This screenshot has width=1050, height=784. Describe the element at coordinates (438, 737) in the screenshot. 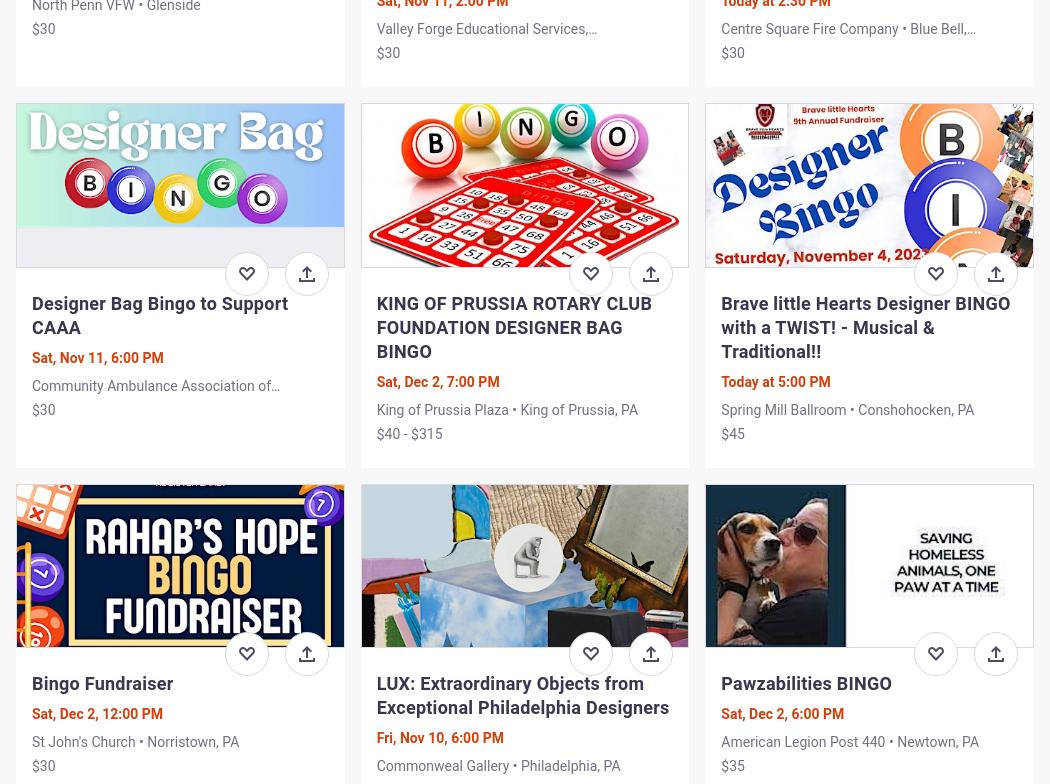

I see `'Fri, Nov 10, 6:00 PM'` at that location.